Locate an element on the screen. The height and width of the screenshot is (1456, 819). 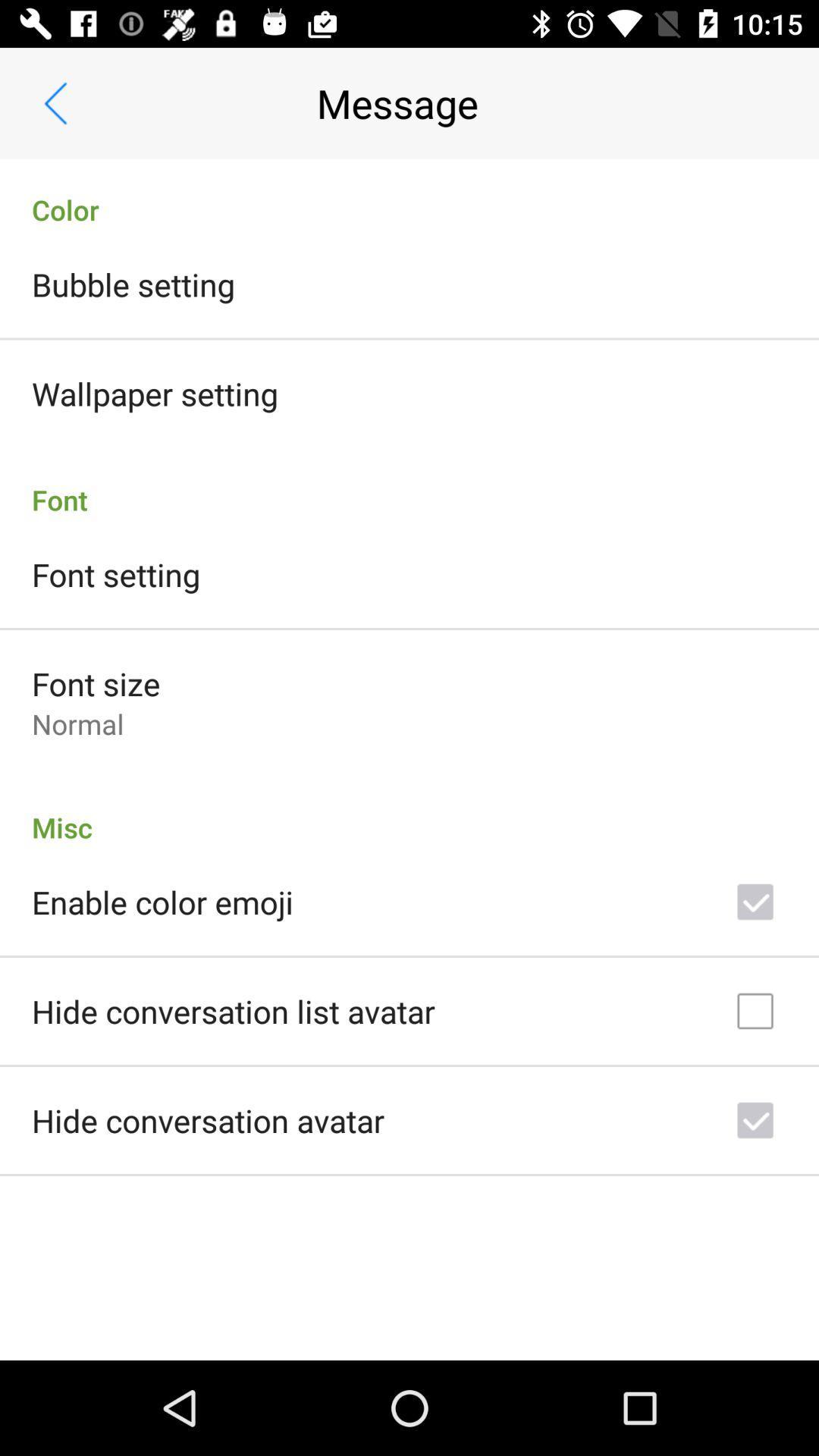
the font size icon is located at coordinates (96, 682).